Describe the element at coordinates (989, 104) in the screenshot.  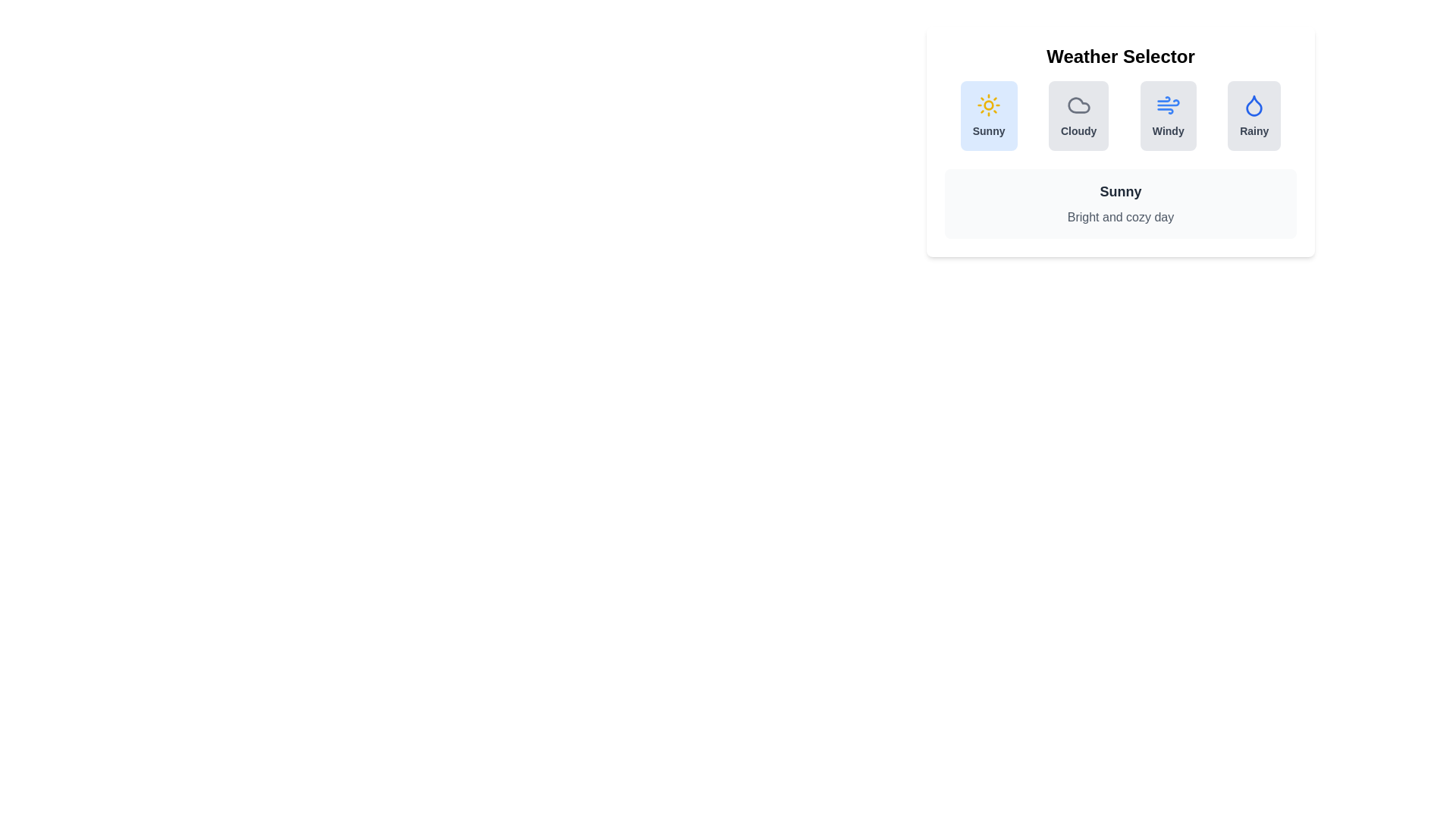
I see `the sunny weather icon in the weather selector UI` at that location.